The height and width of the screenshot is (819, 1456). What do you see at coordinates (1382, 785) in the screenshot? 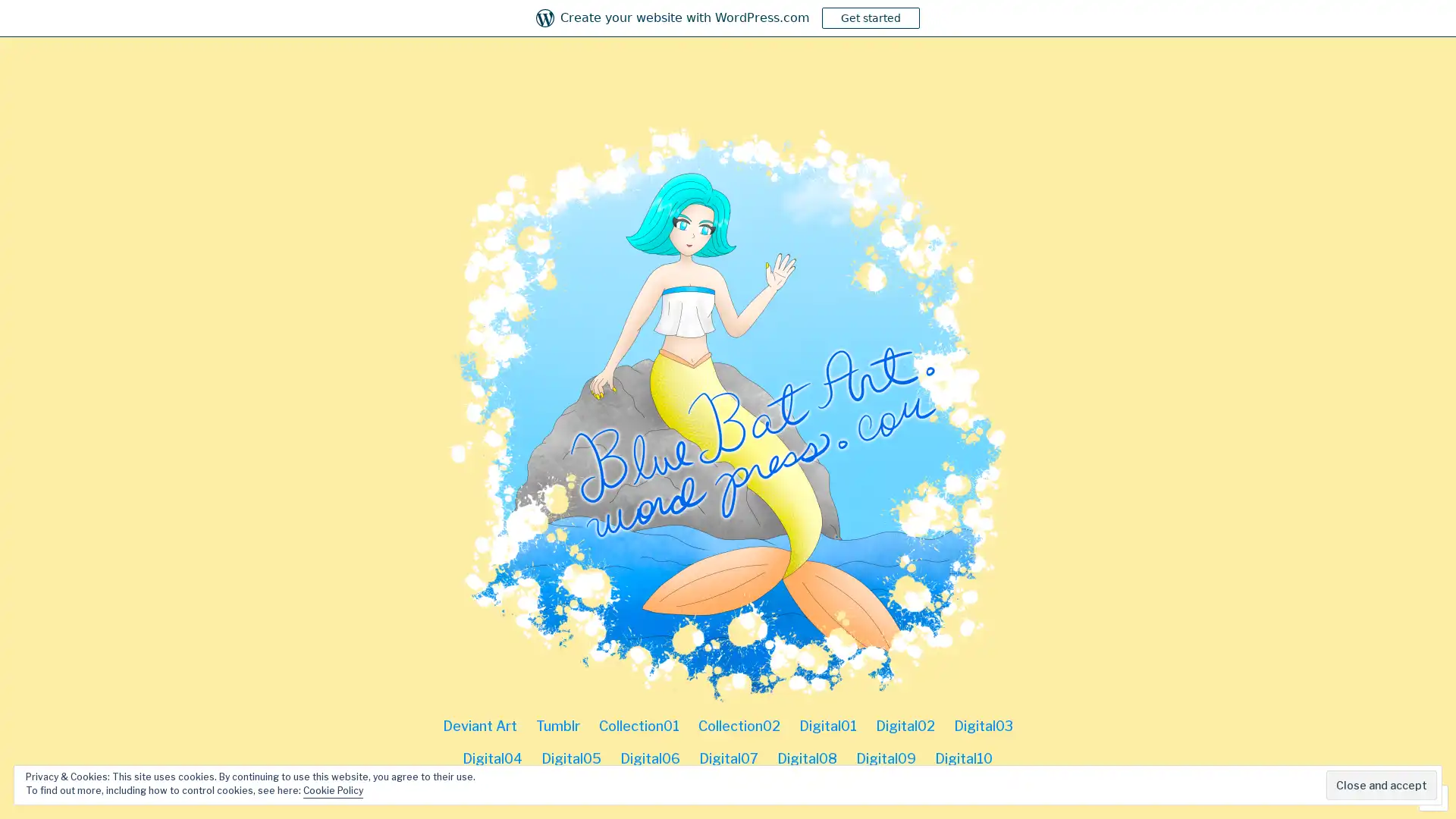
I see `Close and accept` at bounding box center [1382, 785].